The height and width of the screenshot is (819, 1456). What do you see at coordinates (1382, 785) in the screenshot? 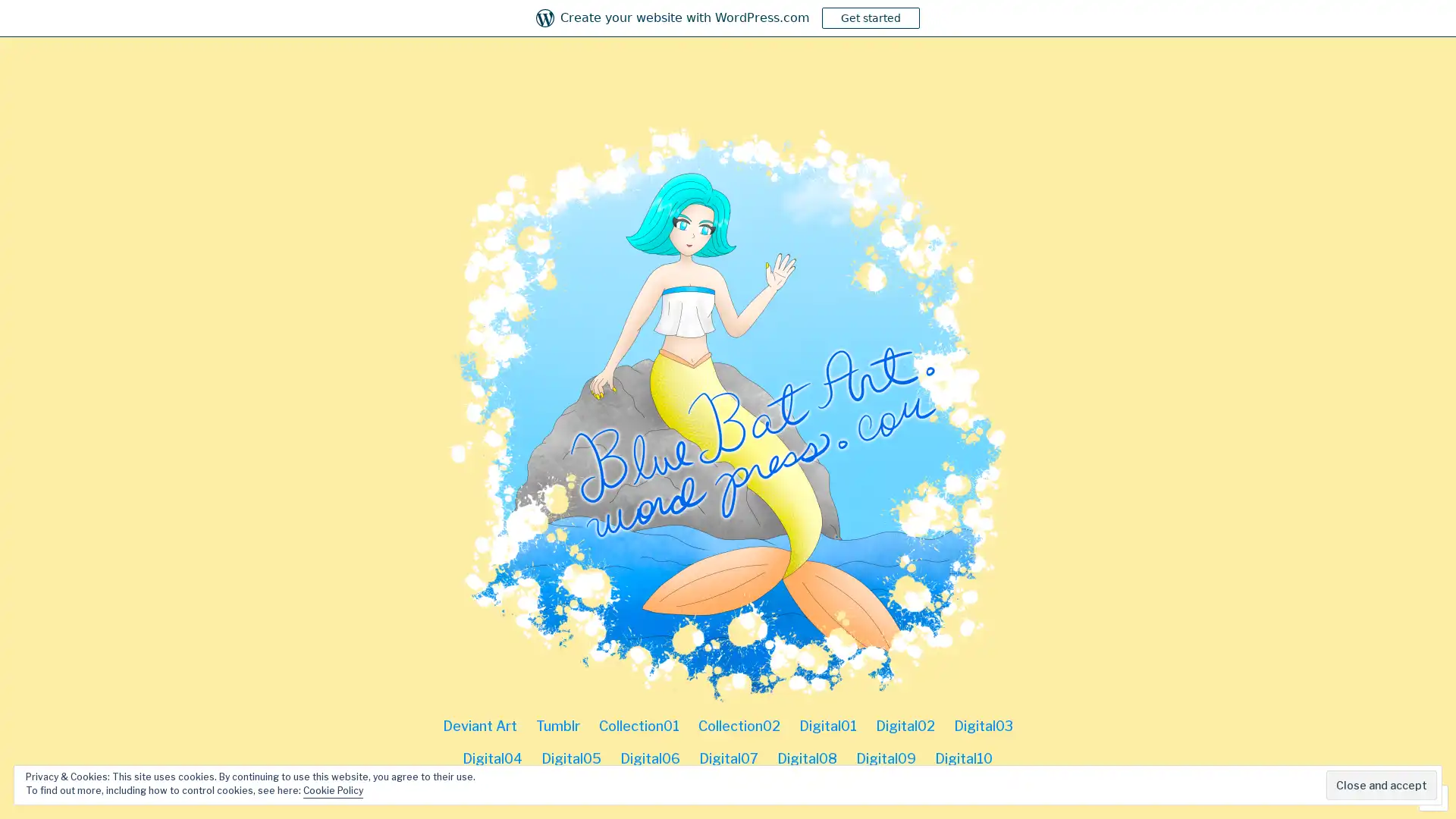
I see `Close and accept` at bounding box center [1382, 785].